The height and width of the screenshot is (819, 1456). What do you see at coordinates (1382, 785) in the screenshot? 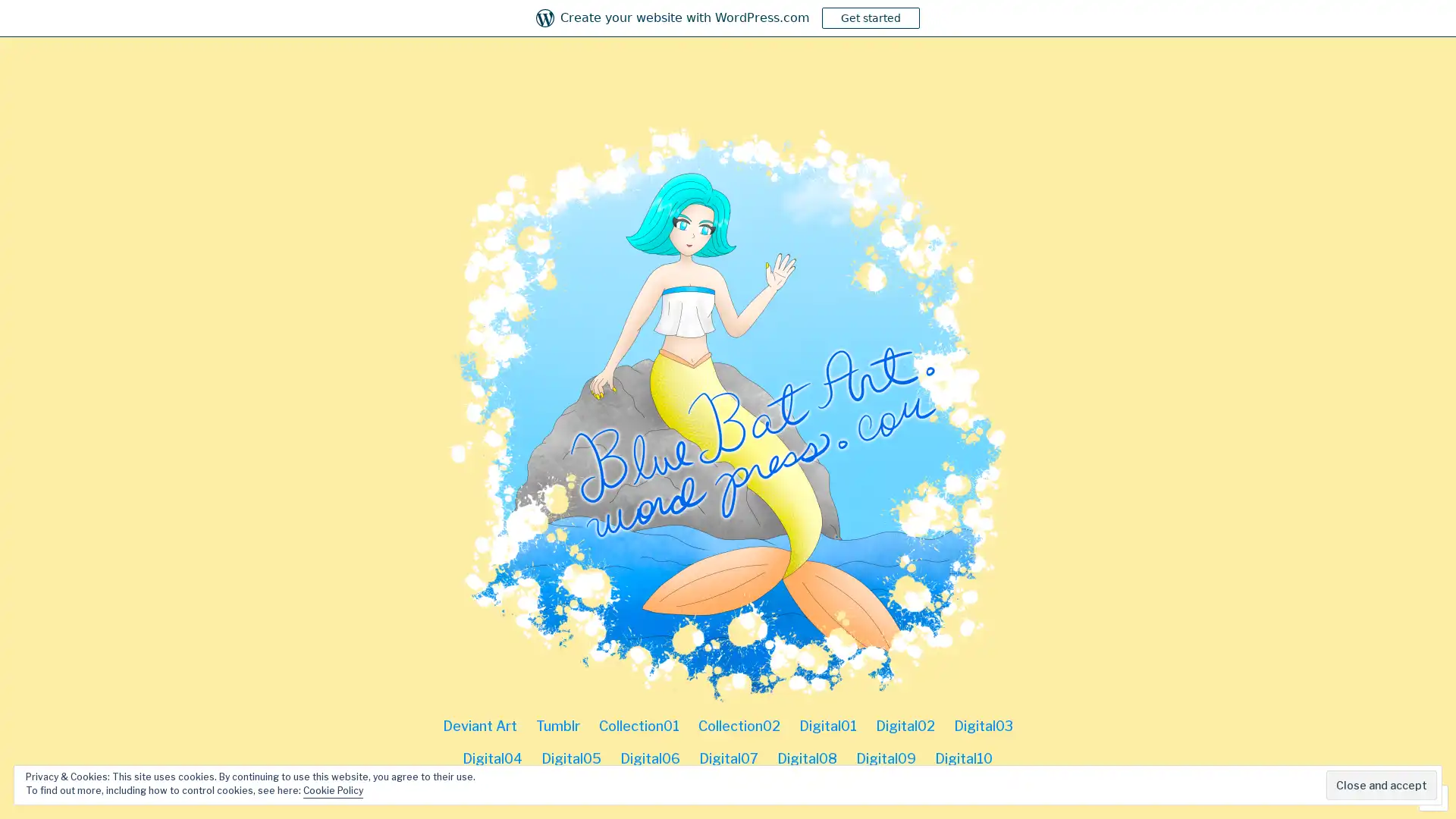
I see `Close and accept` at bounding box center [1382, 785].